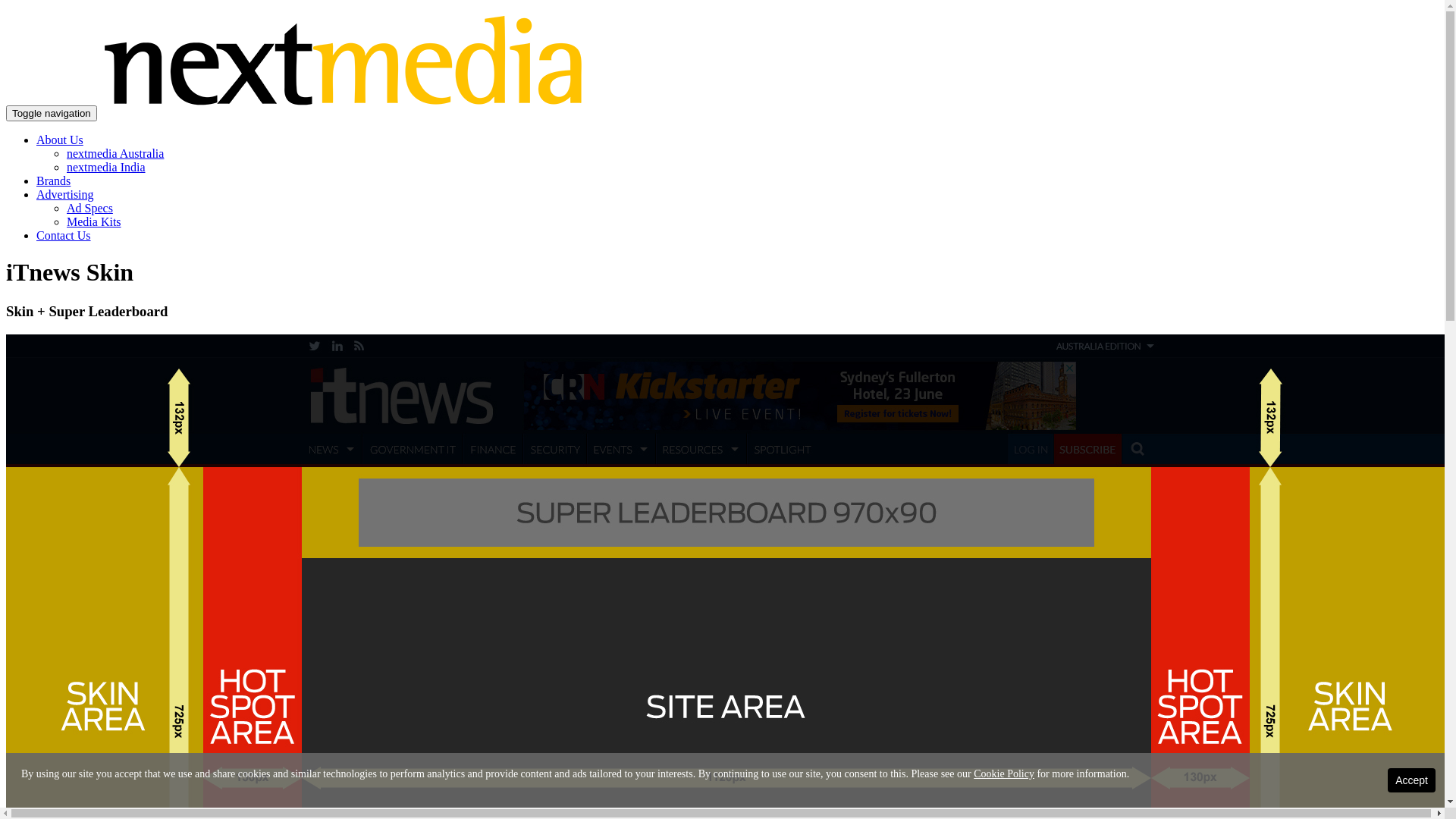 The height and width of the screenshot is (819, 1456). I want to click on 'Contact Us', so click(36, 235).